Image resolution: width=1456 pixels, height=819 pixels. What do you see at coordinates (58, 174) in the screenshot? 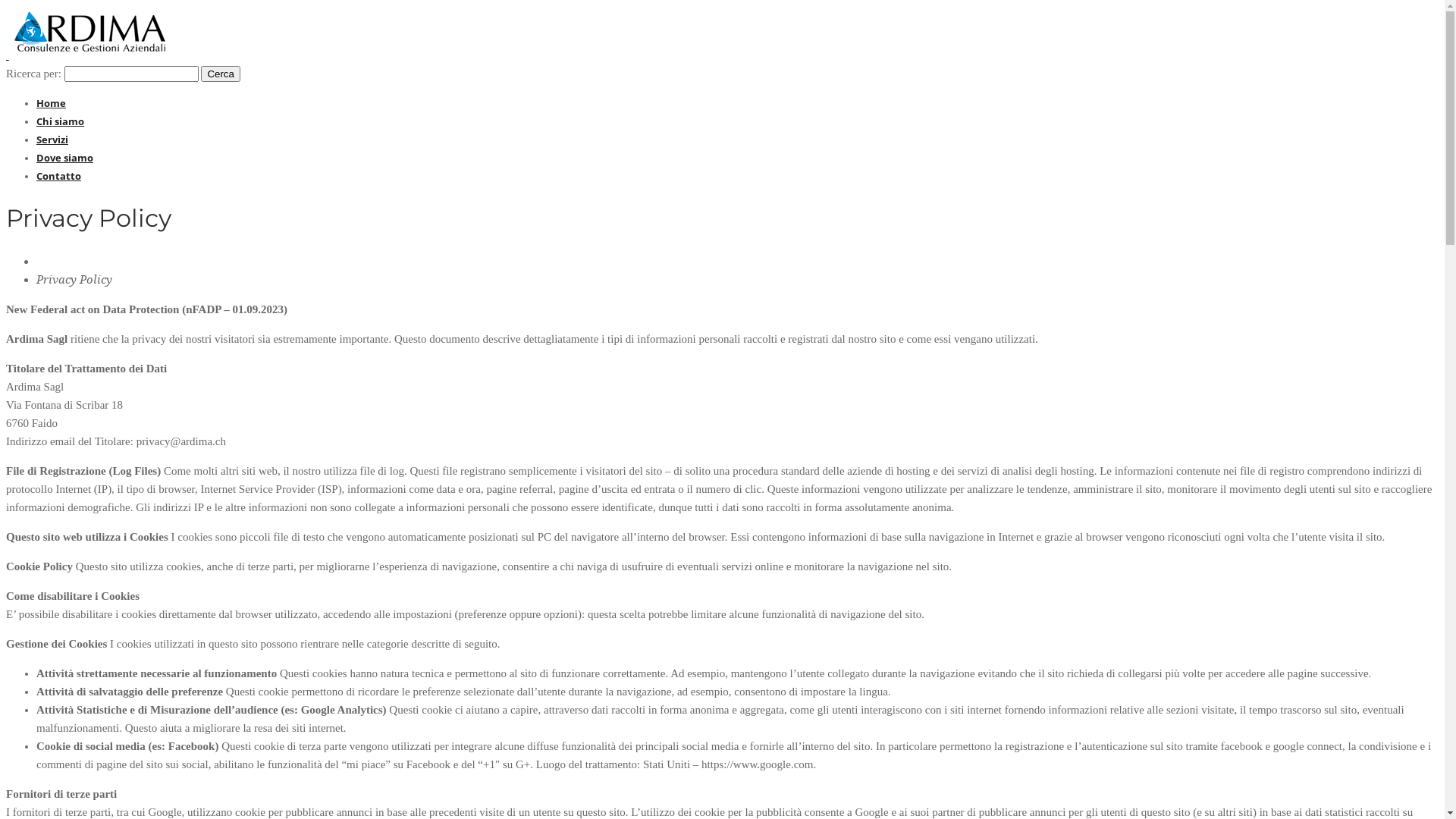
I see `'Contatto'` at bounding box center [58, 174].